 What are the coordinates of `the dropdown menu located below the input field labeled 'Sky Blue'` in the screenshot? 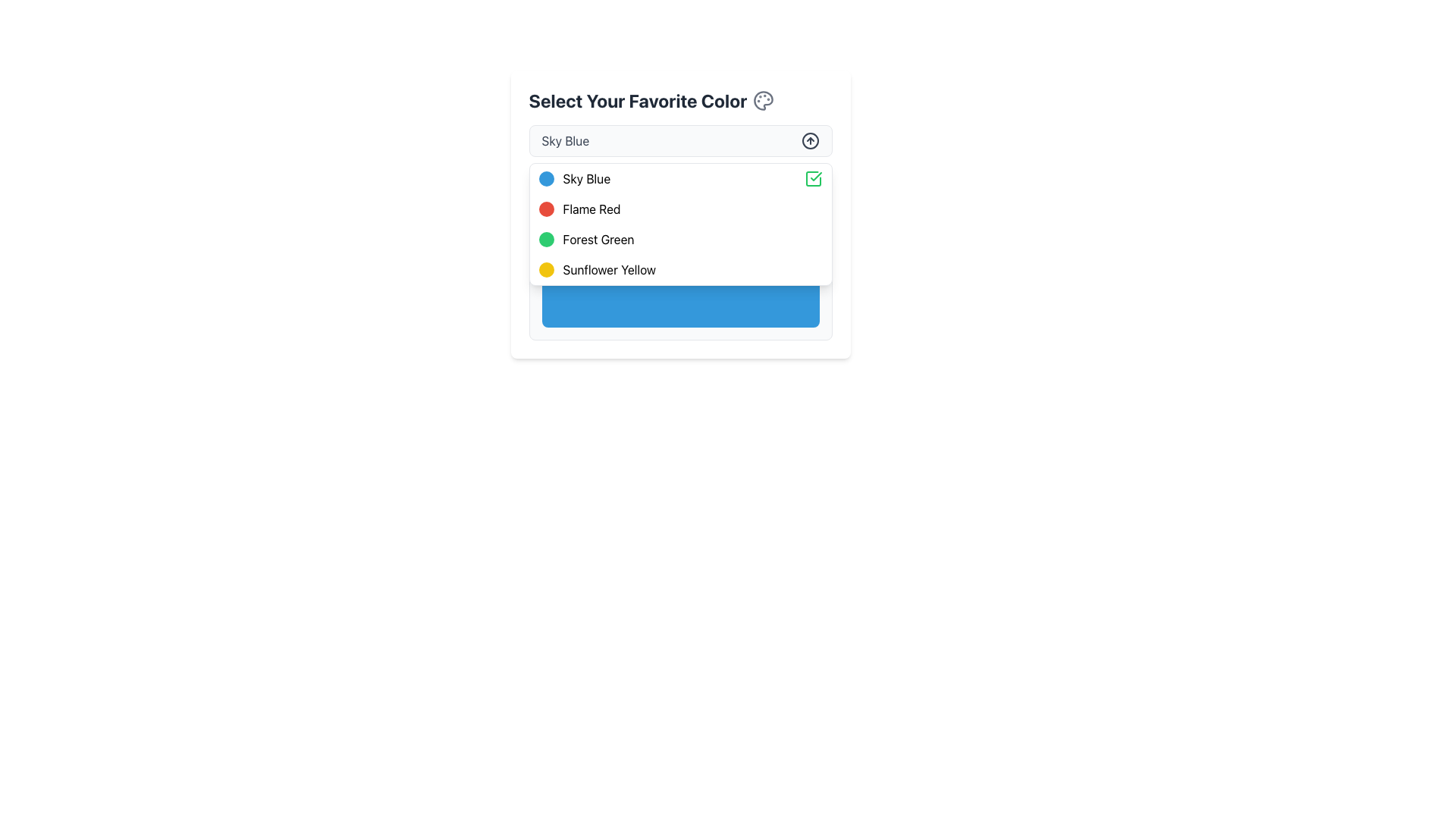 It's located at (679, 224).